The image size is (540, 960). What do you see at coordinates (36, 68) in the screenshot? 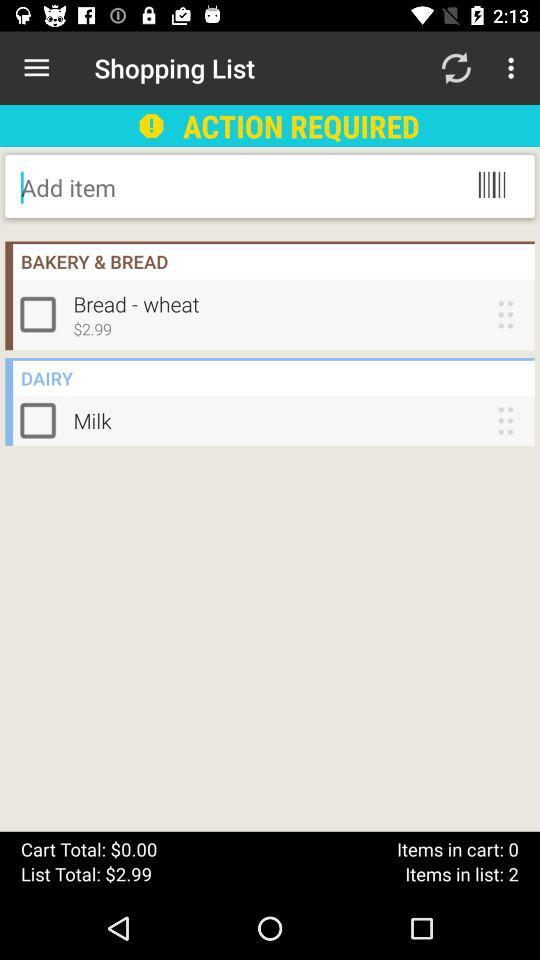
I see `the item next to the shopping list` at bounding box center [36, 68].